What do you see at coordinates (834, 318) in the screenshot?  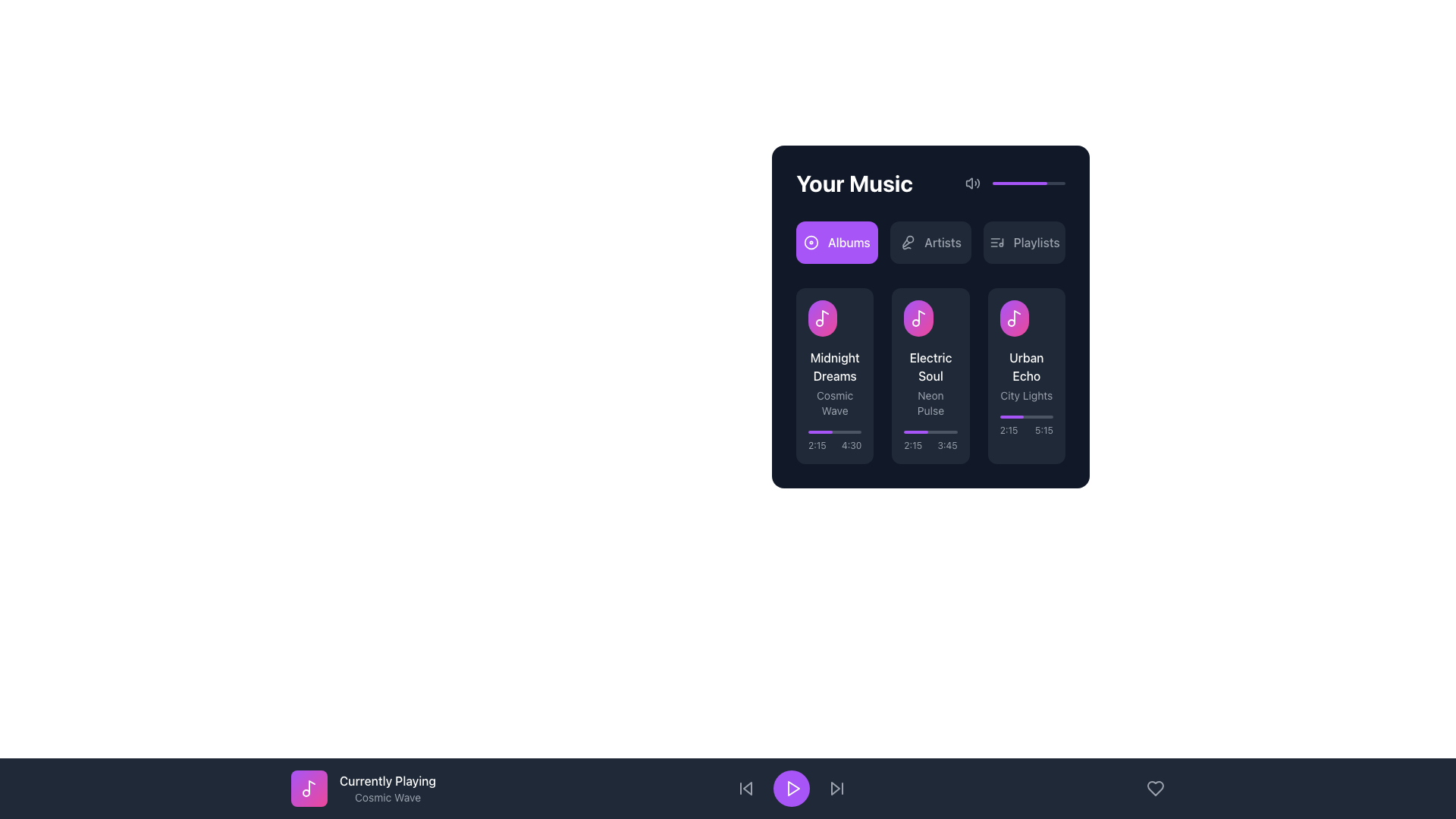 I see `the elliptical IconButton with a gradient background featuring a white musical note icon, located in the top-left region of the 'Midnight Dreams' card in the 'Your Music' section` at bounding box center [834, 318].